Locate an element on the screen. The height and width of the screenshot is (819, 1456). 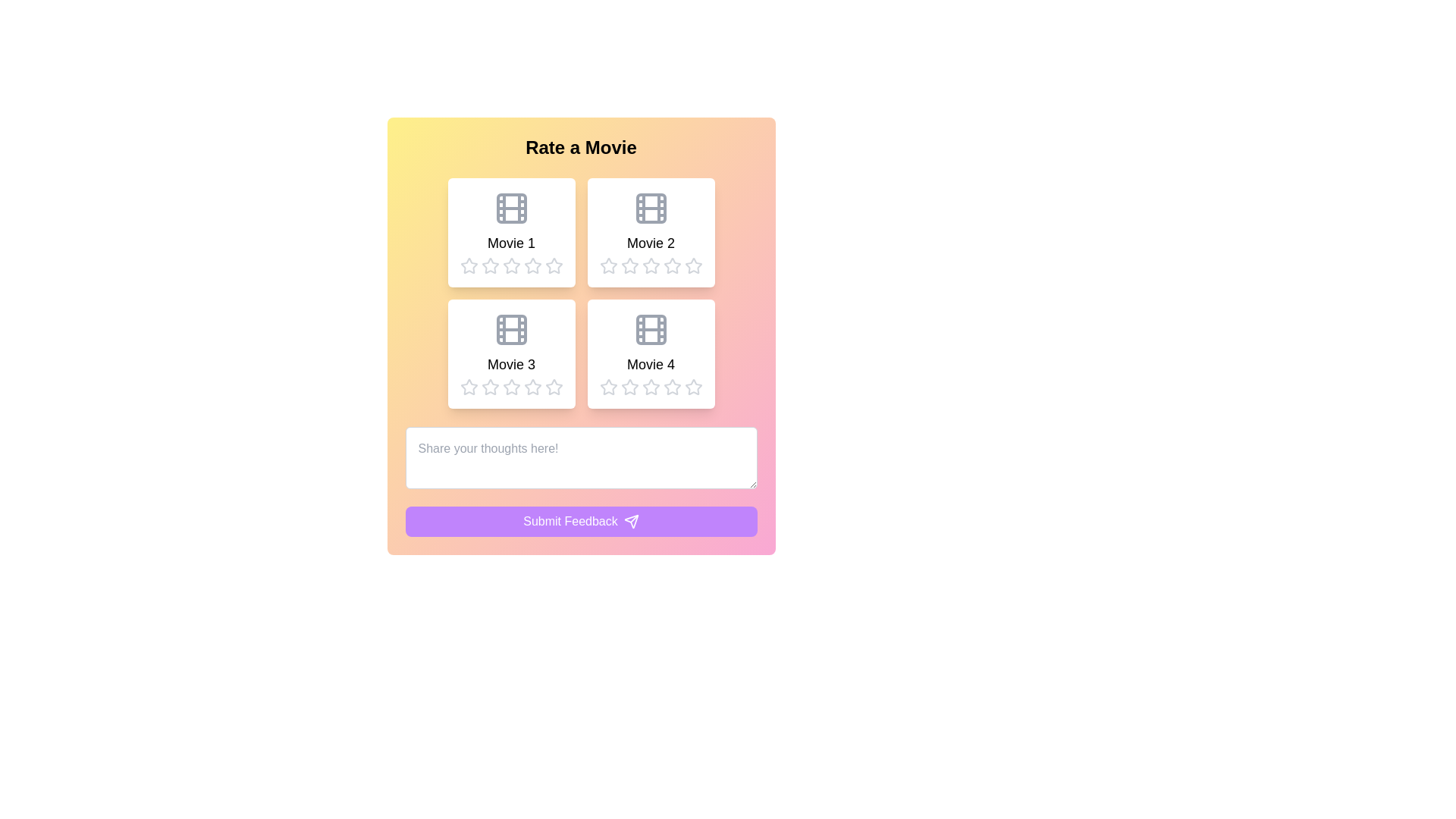
the label that serves as the title or identifier for the movie card located in the lower-right card of the grid, specifically in the second row, second column is located at coordinates (651, 365).